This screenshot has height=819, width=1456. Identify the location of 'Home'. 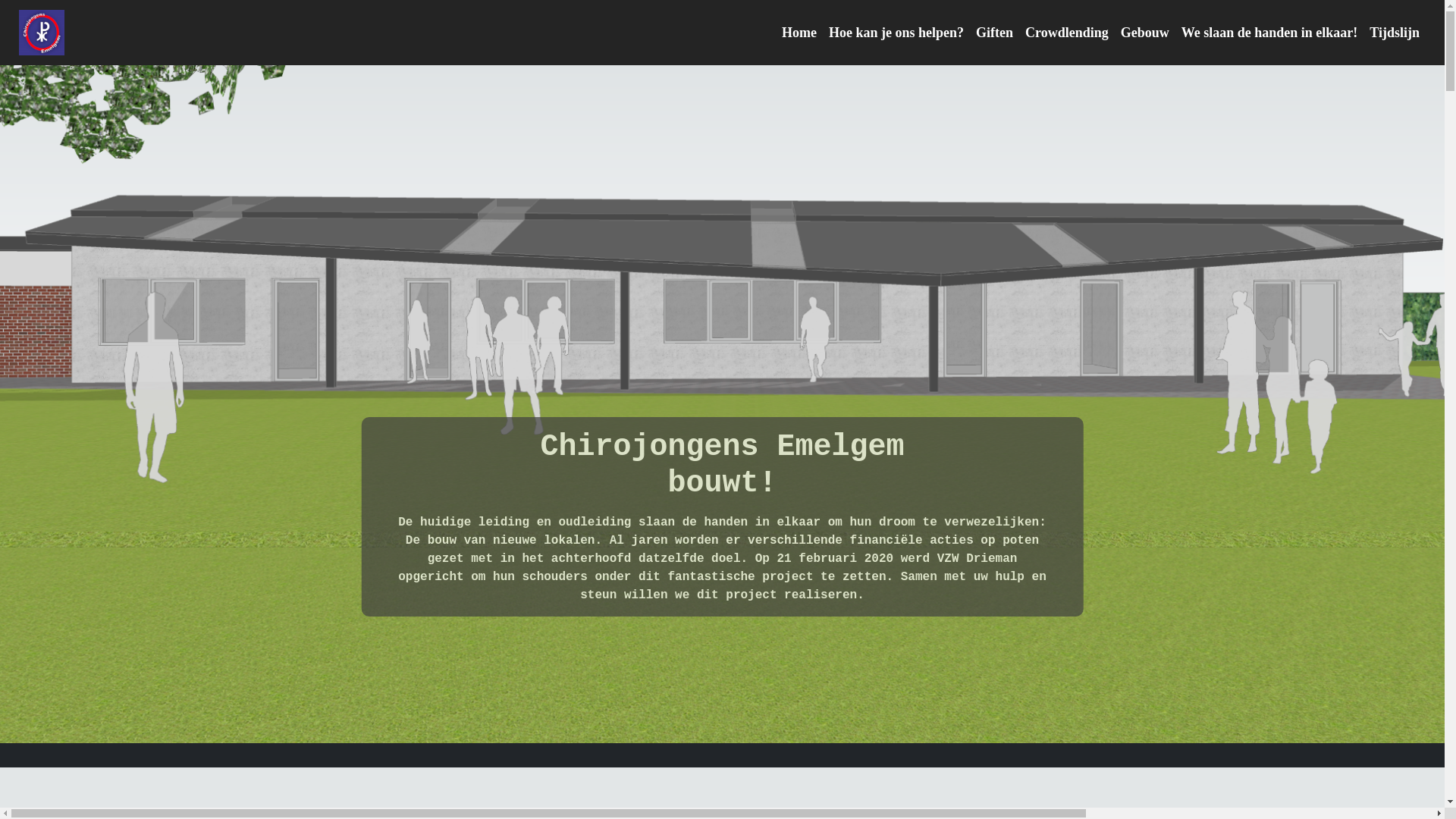
(775, 33).